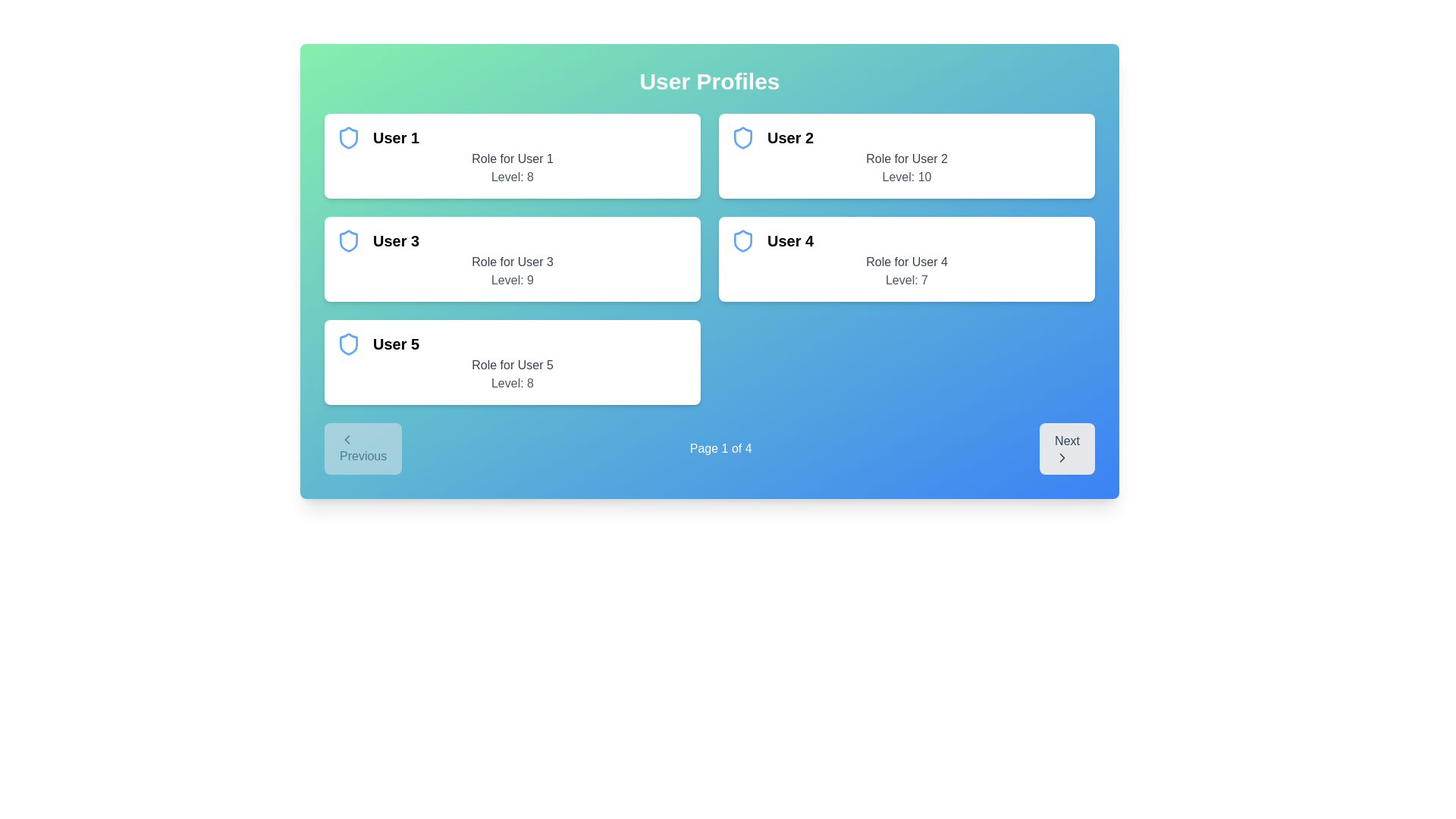  I want to click on details of the user by clicking on the second card in the top row, which displays 'User 2' with a blue shield icon, so click(906, 155).